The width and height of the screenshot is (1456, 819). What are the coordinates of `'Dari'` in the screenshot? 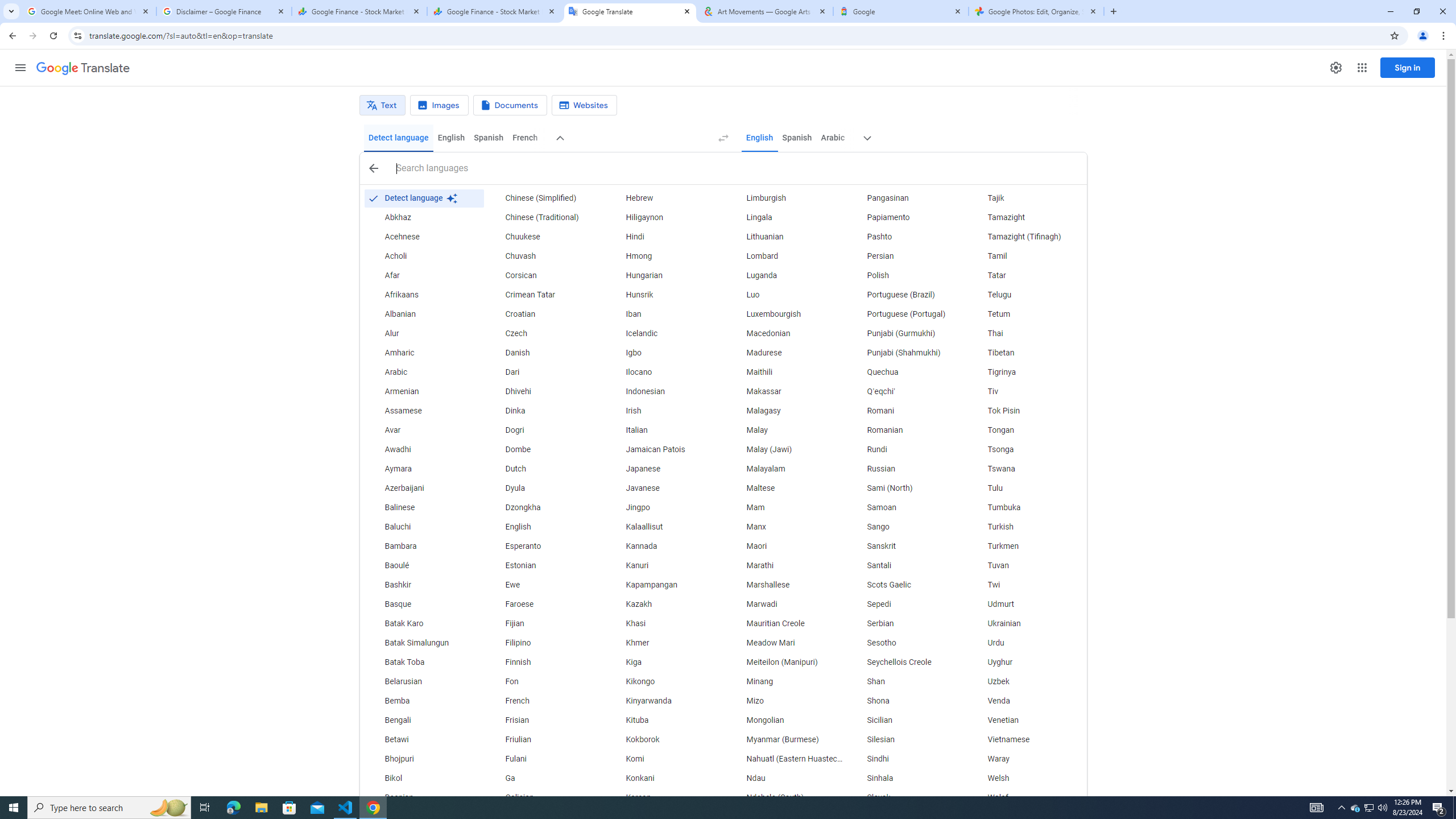 It's located at (544, 372).